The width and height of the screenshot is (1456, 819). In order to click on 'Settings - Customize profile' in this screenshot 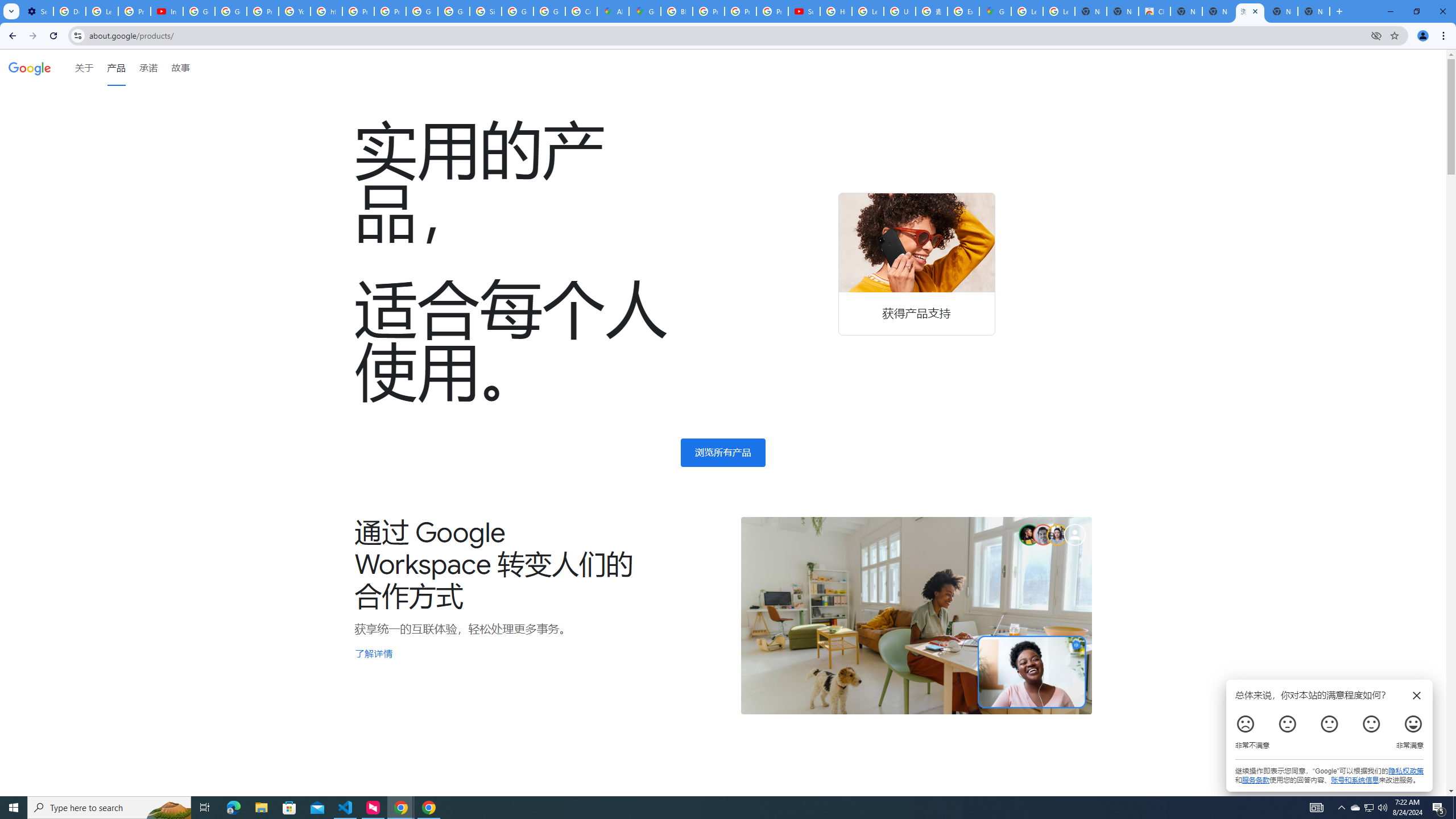, I will do `click(37, 11)`.